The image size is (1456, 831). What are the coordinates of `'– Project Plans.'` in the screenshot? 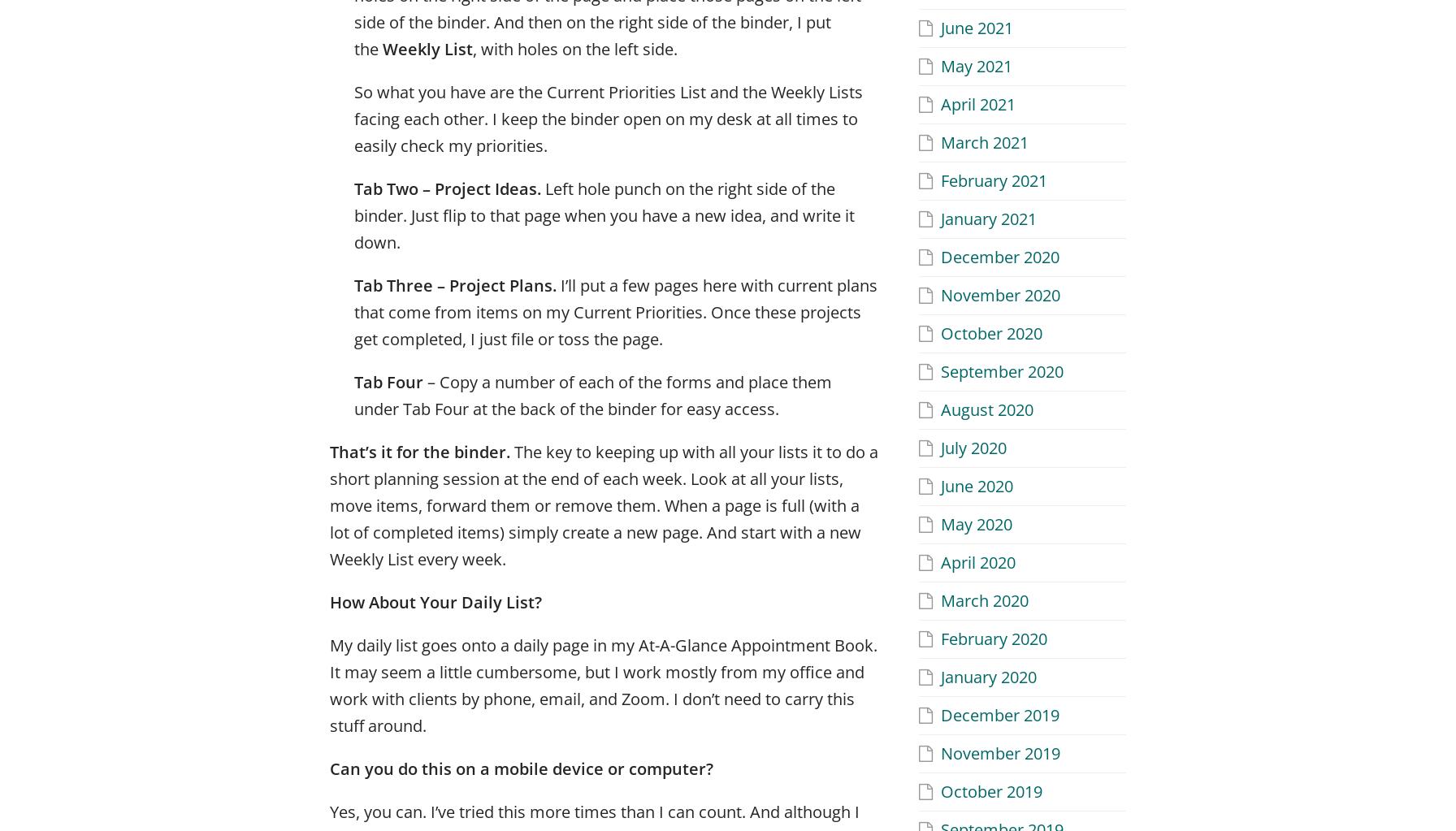 It's located at (436, 284).